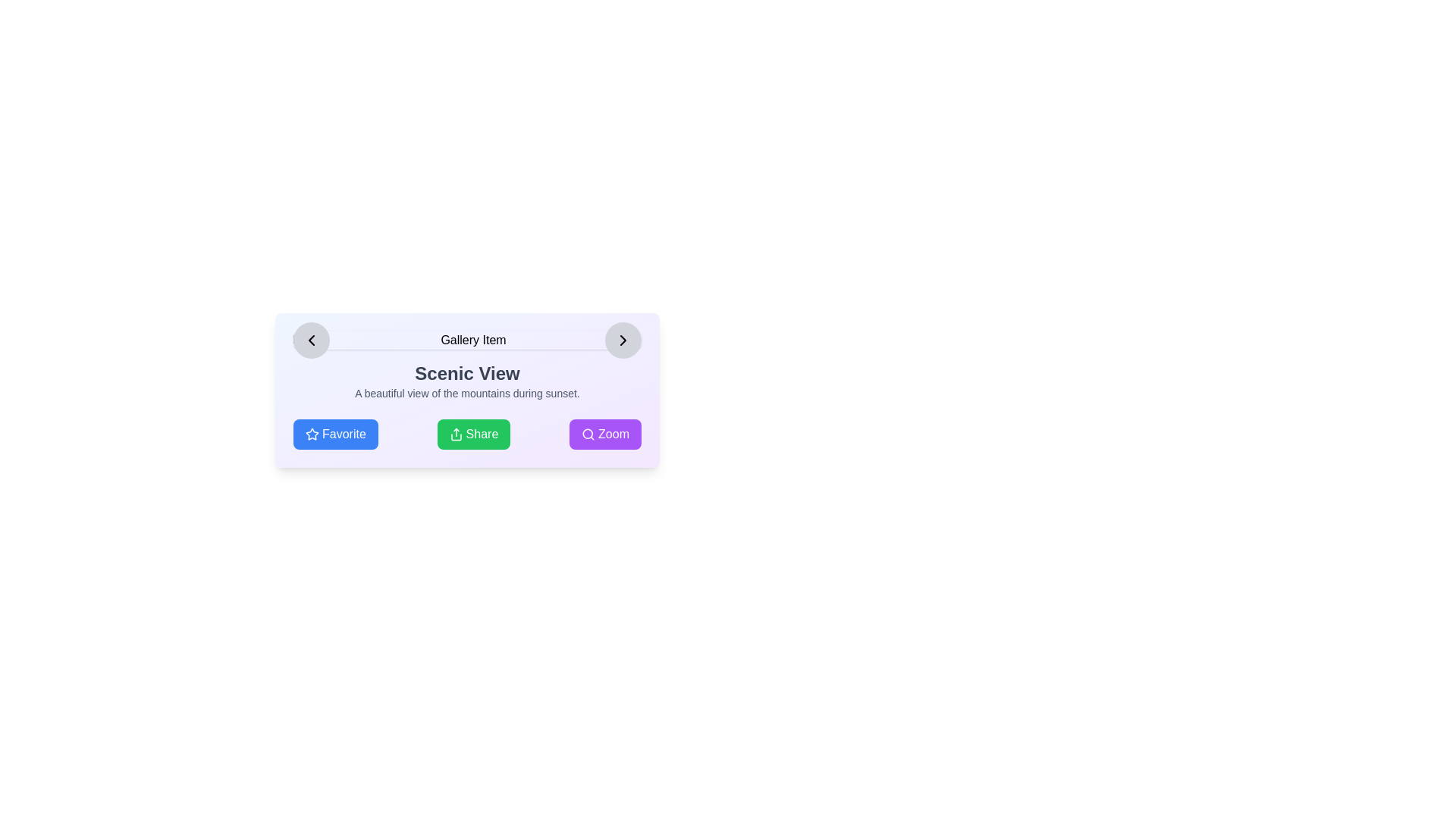 The width and height of the screenshot is (1456, 819). Describe the element at coordinates (623, 339) in the screenshot. I see `the rightward chevron icon located in the top-right circular button of the card displaying 'Scenic View'` at that location.